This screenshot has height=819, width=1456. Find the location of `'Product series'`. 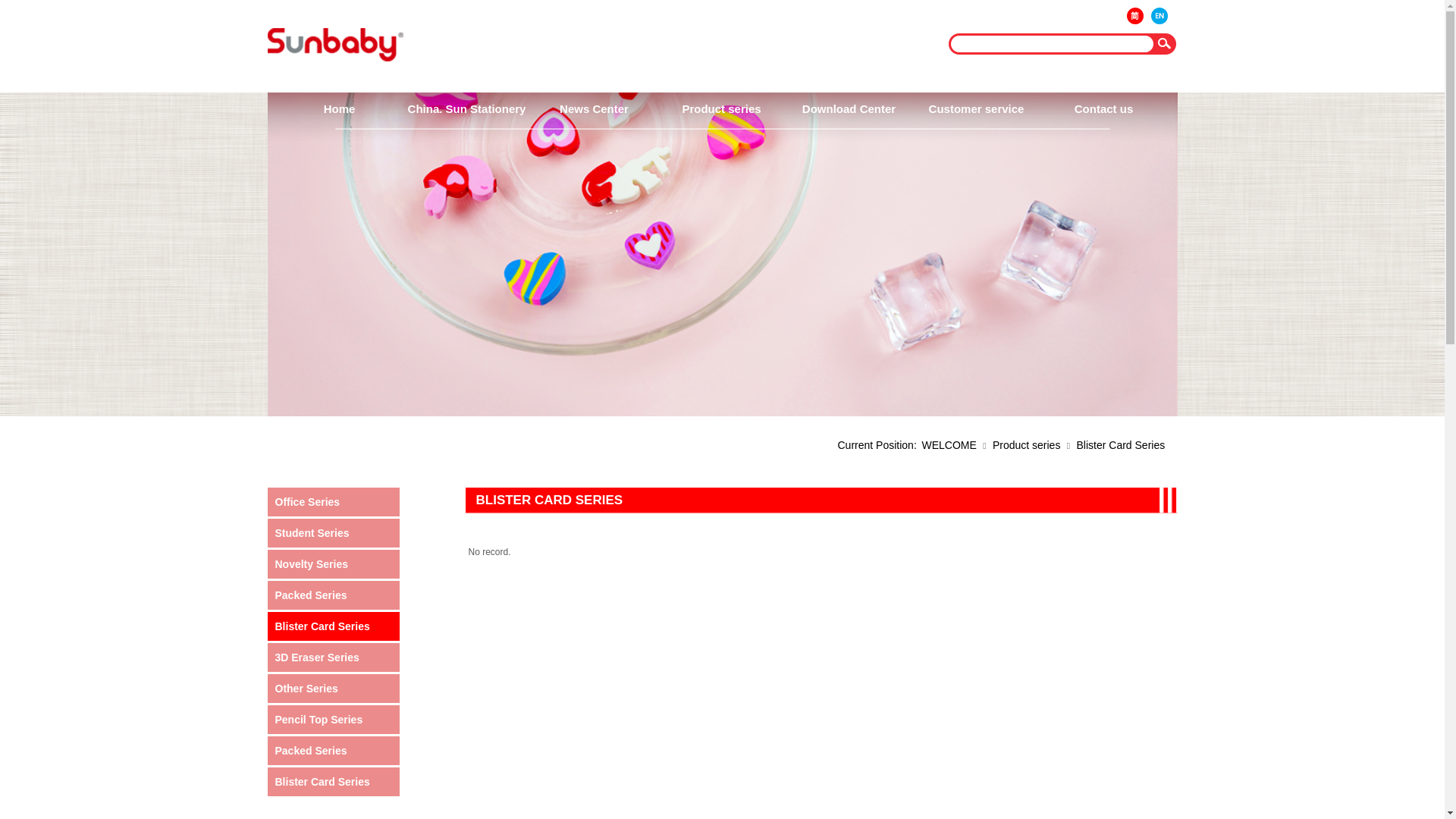

'Product series' is located at coordinates (1026, 444).